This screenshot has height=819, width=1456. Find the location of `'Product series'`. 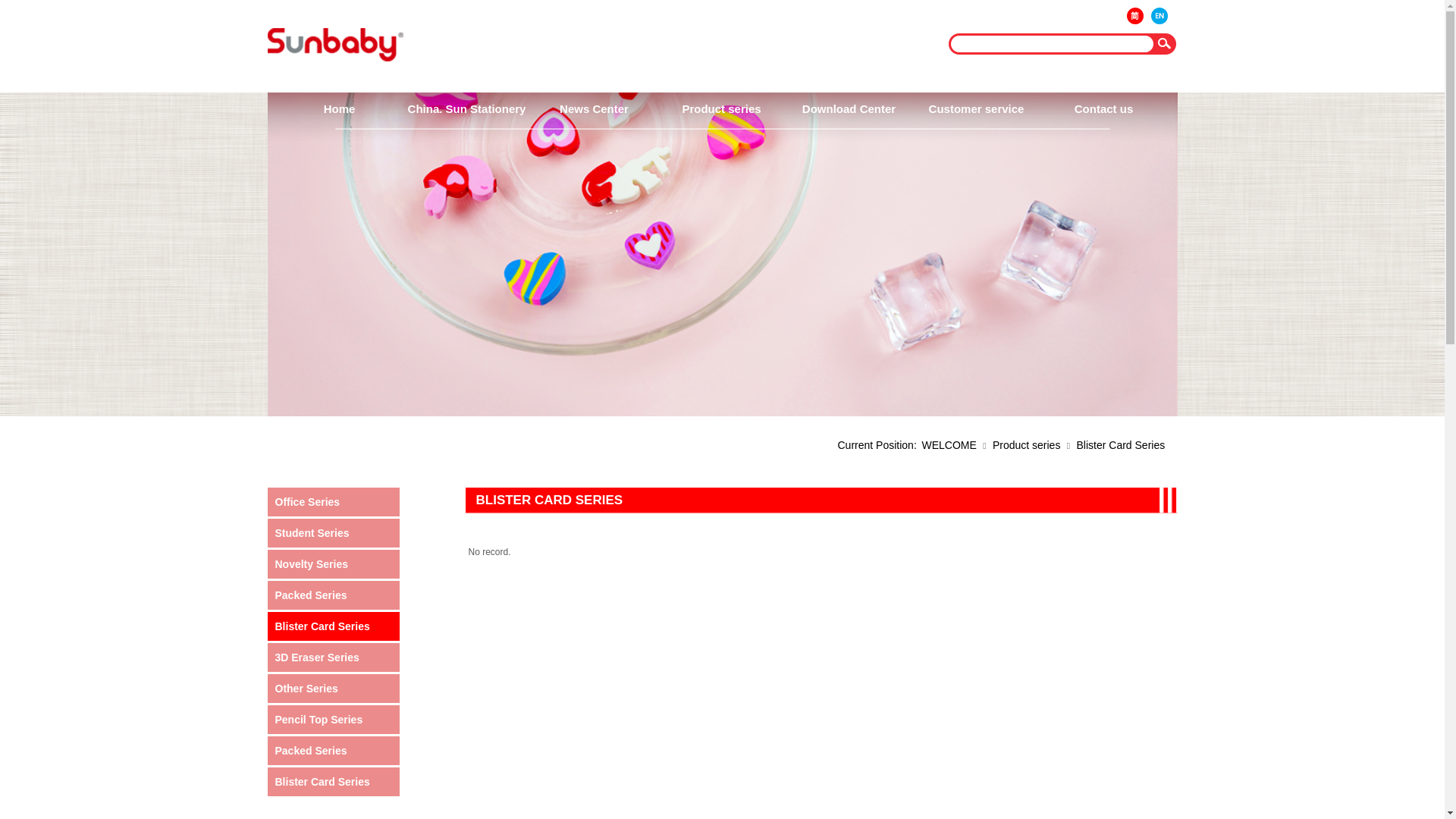

'Product series' is located at coordinates (1026, 444).